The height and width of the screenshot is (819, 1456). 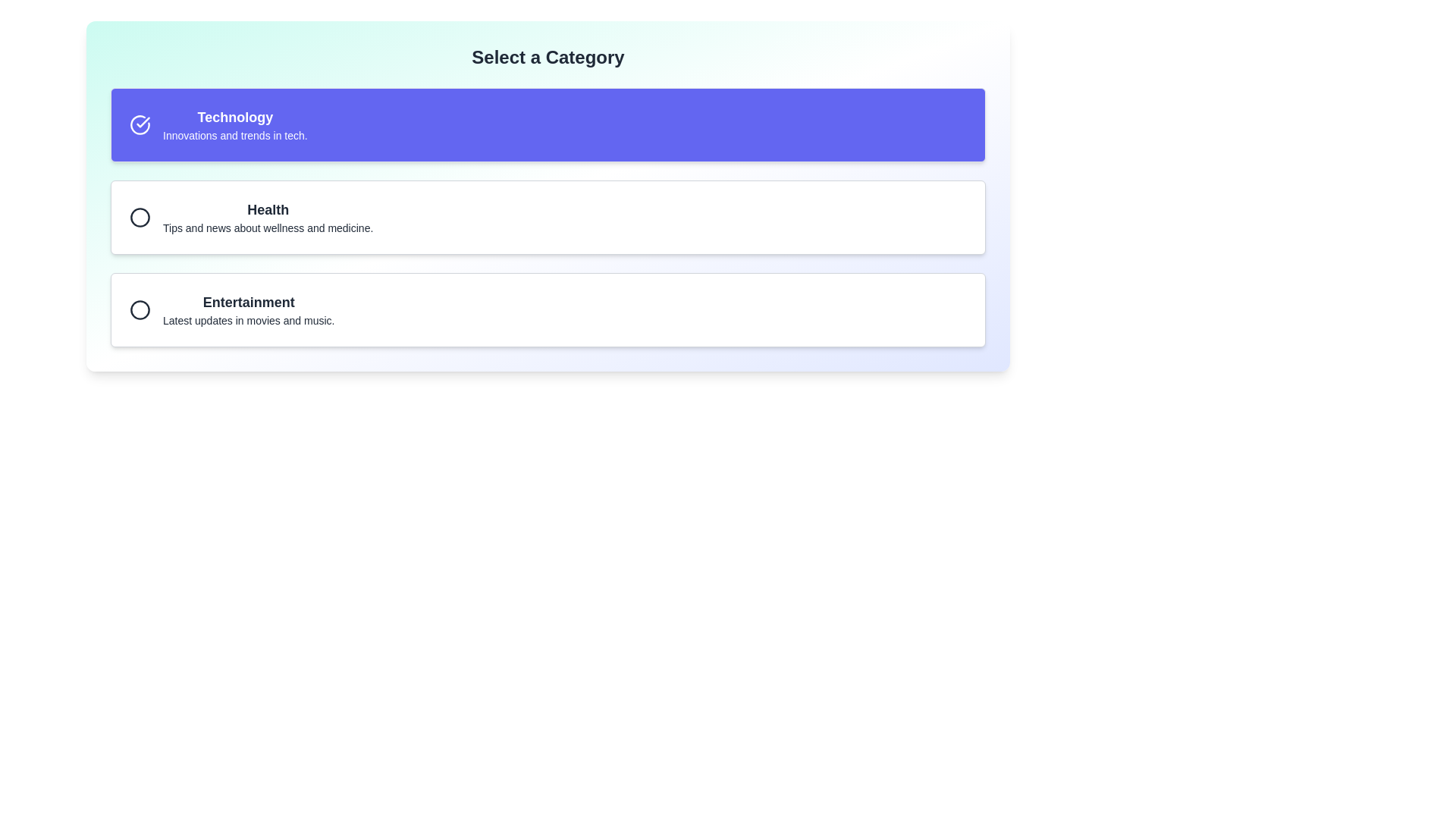 I want to click on the text label 'Entertainment', which is displayed in a bold and larger font as the title of the third list option in a vertical list of categories, so click(x=249, y=302).